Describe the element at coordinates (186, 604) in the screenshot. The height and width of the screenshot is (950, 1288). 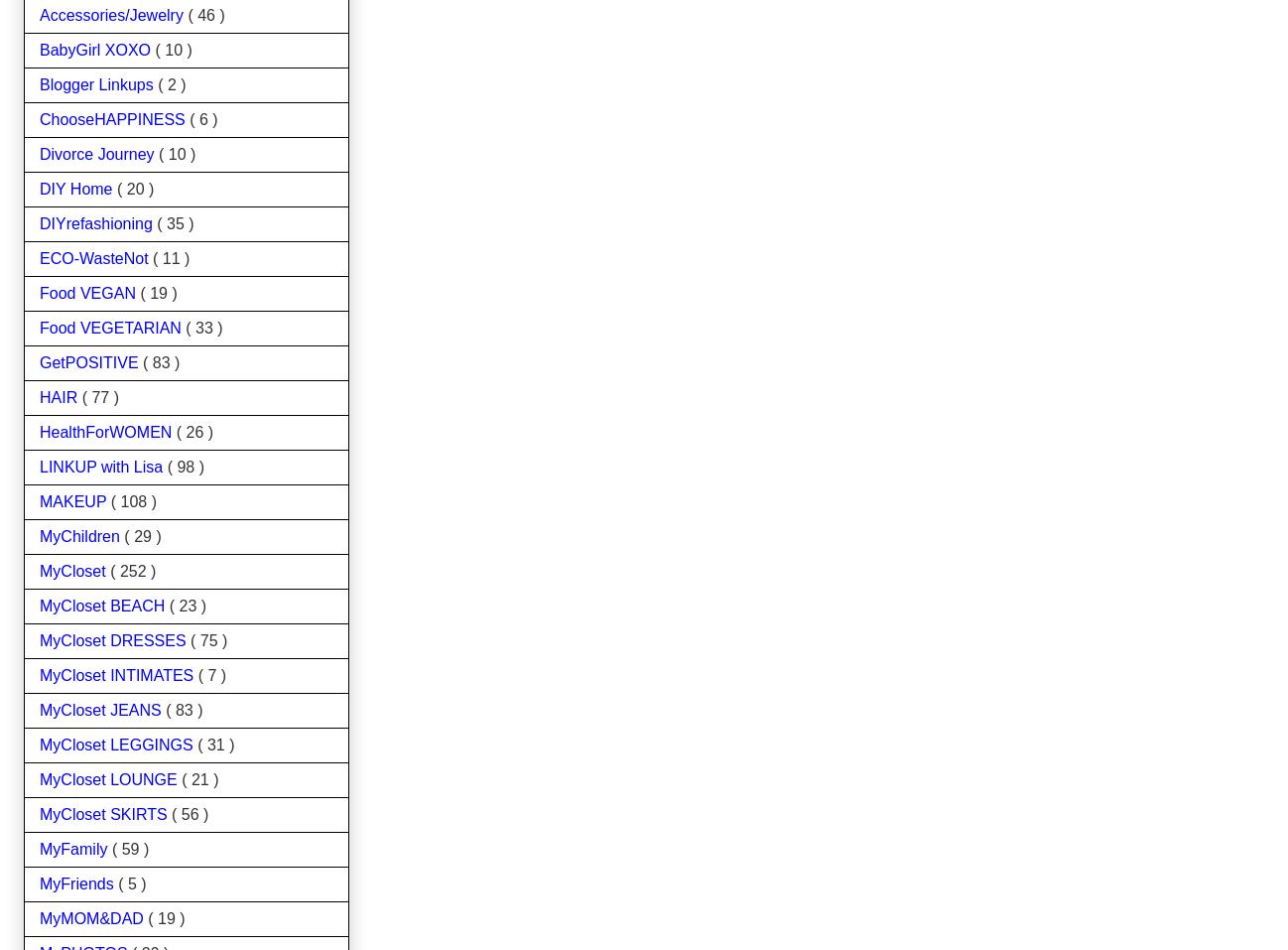
I see `'(
                      23
                      )'` at that location.